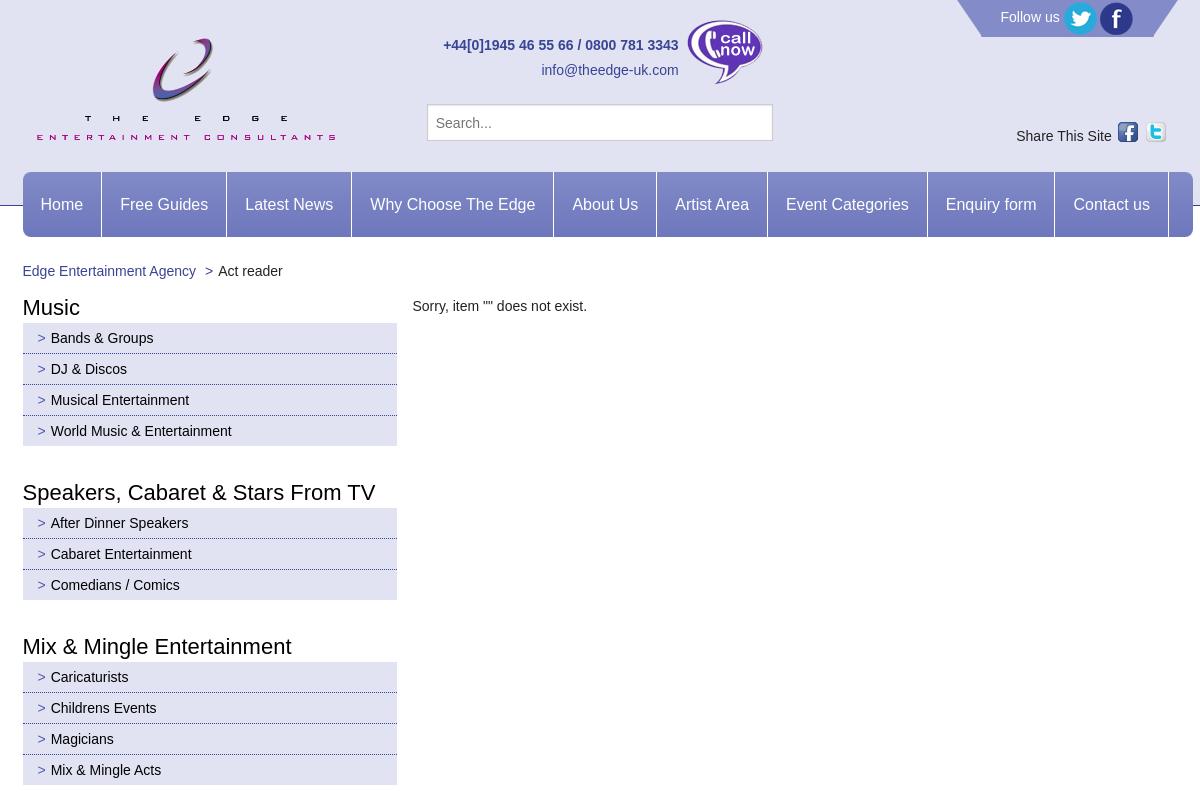 This screenshot has height=793, width=1200. Describe the element at coordinates (101, 337) in the screenshot. I see `'Bands & Groups'` at that location.